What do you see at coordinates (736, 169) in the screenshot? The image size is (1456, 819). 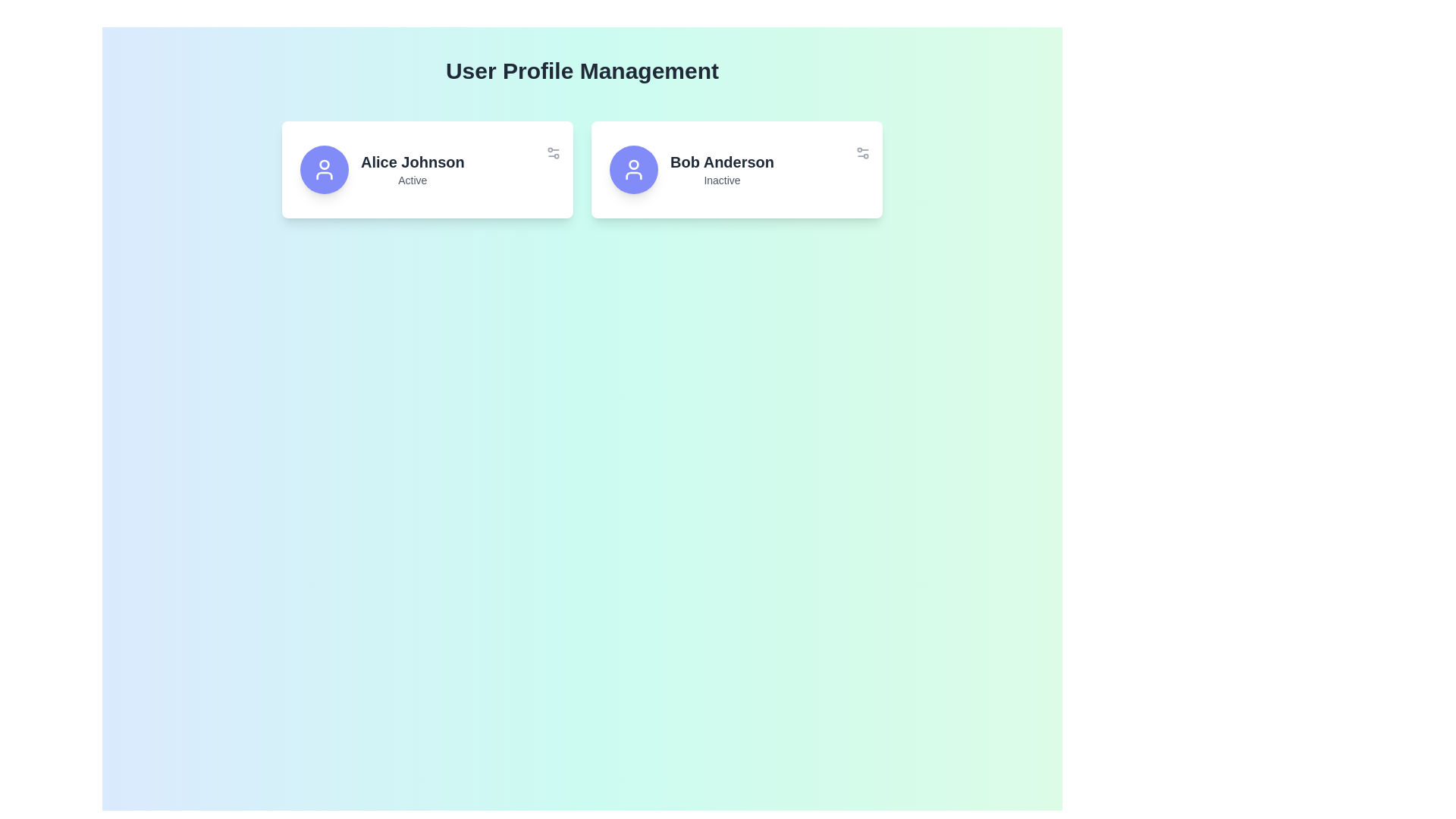 I see `the Text Display Component that shows 'Bob Anderson' in bold and 'Inactive' in smaller gray text, located next to a circular purple user icon` at bounding box center [736, 169].